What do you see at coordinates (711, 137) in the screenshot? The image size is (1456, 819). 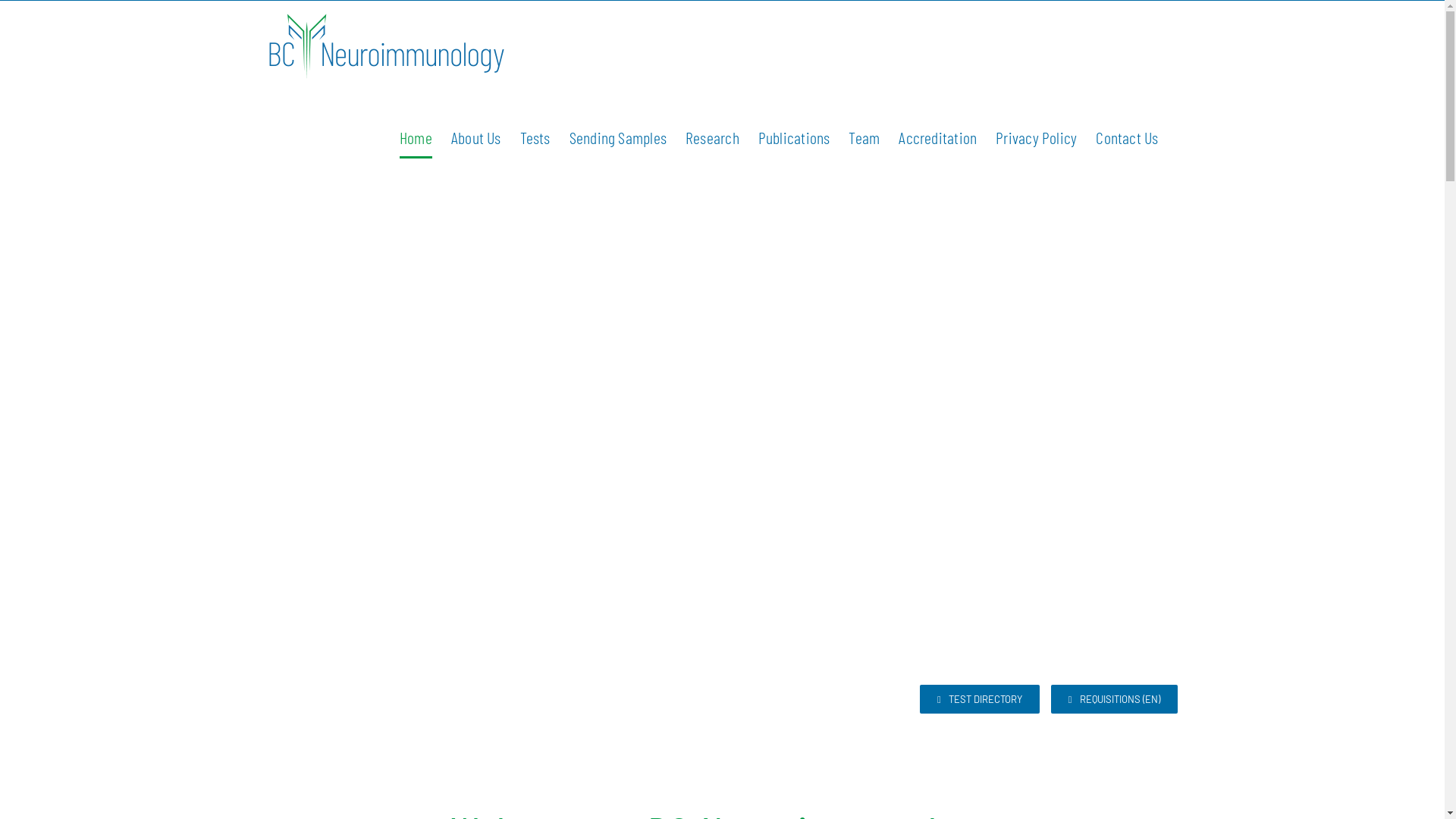 I see `'Research'` at bounding box center [711, 137].